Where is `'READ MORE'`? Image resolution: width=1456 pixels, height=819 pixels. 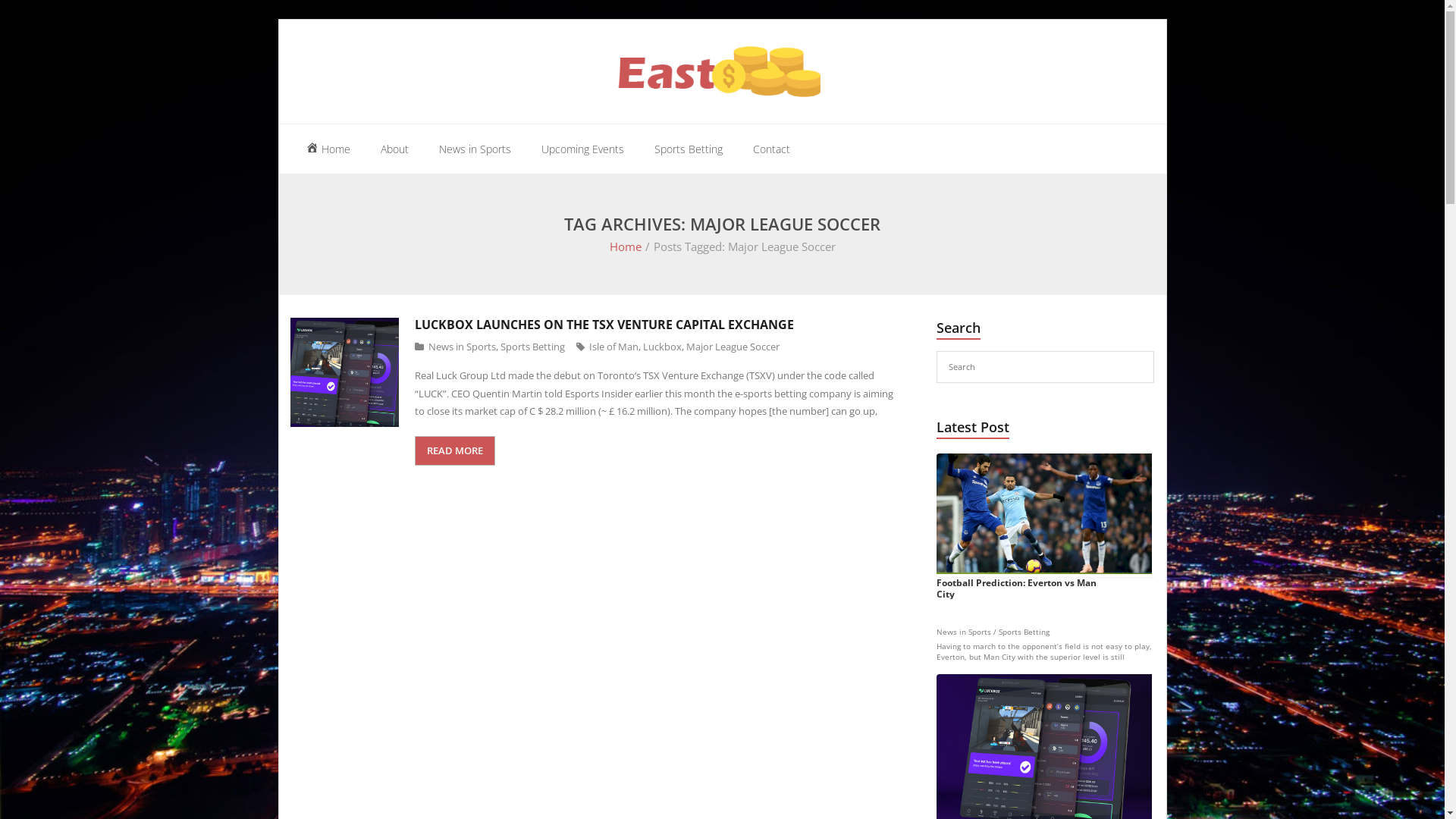
'READ MORE' is located at coordinates (454, 450).